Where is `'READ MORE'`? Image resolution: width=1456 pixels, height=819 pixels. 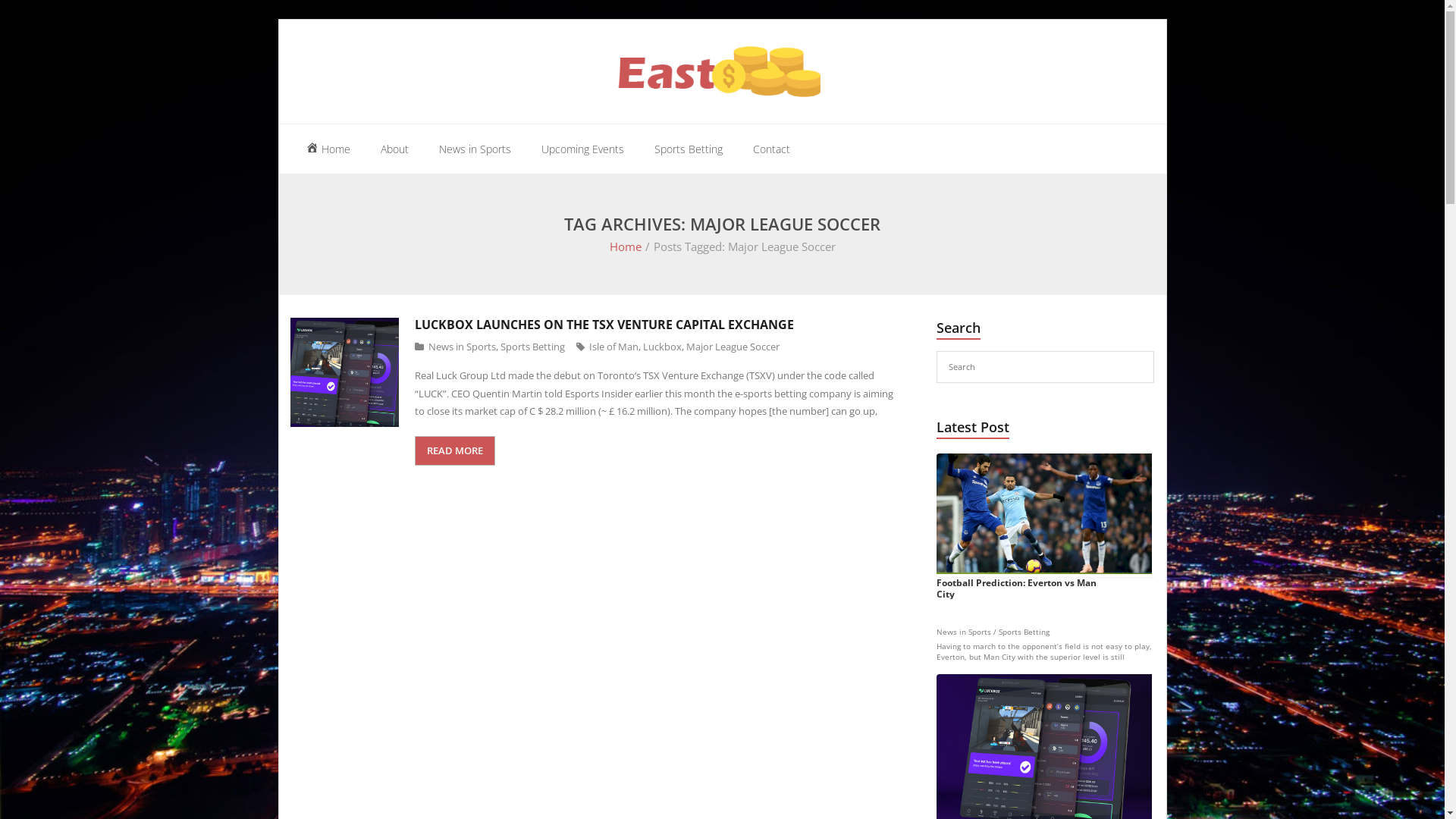
'READ MORE' is located at coordinates (454, 450).